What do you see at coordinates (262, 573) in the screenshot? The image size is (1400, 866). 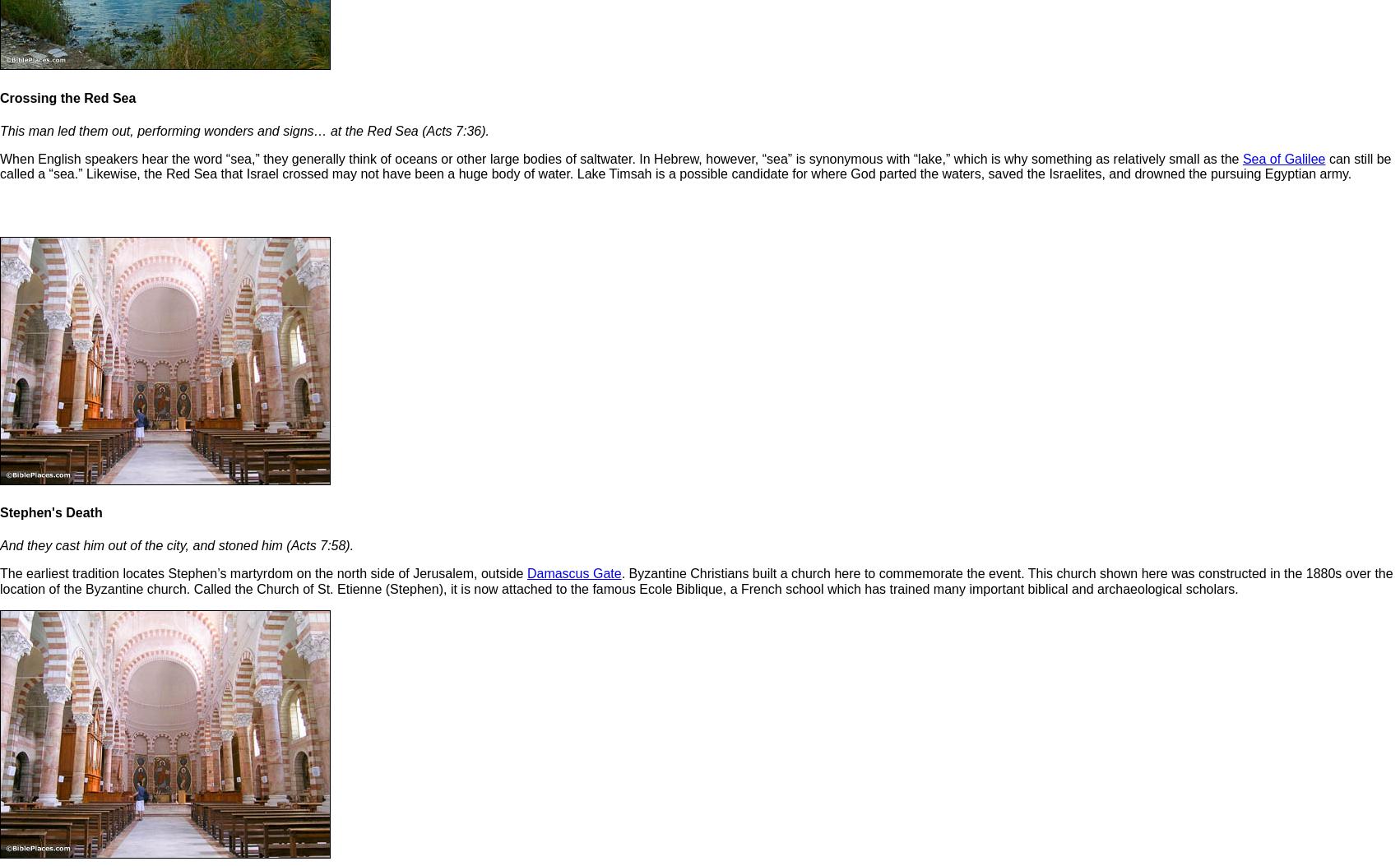 I see `'The earliest tradition locates Stephen’s martyrdom on the north side of Jerusalem, outside'` at bounding box center [262, 573].